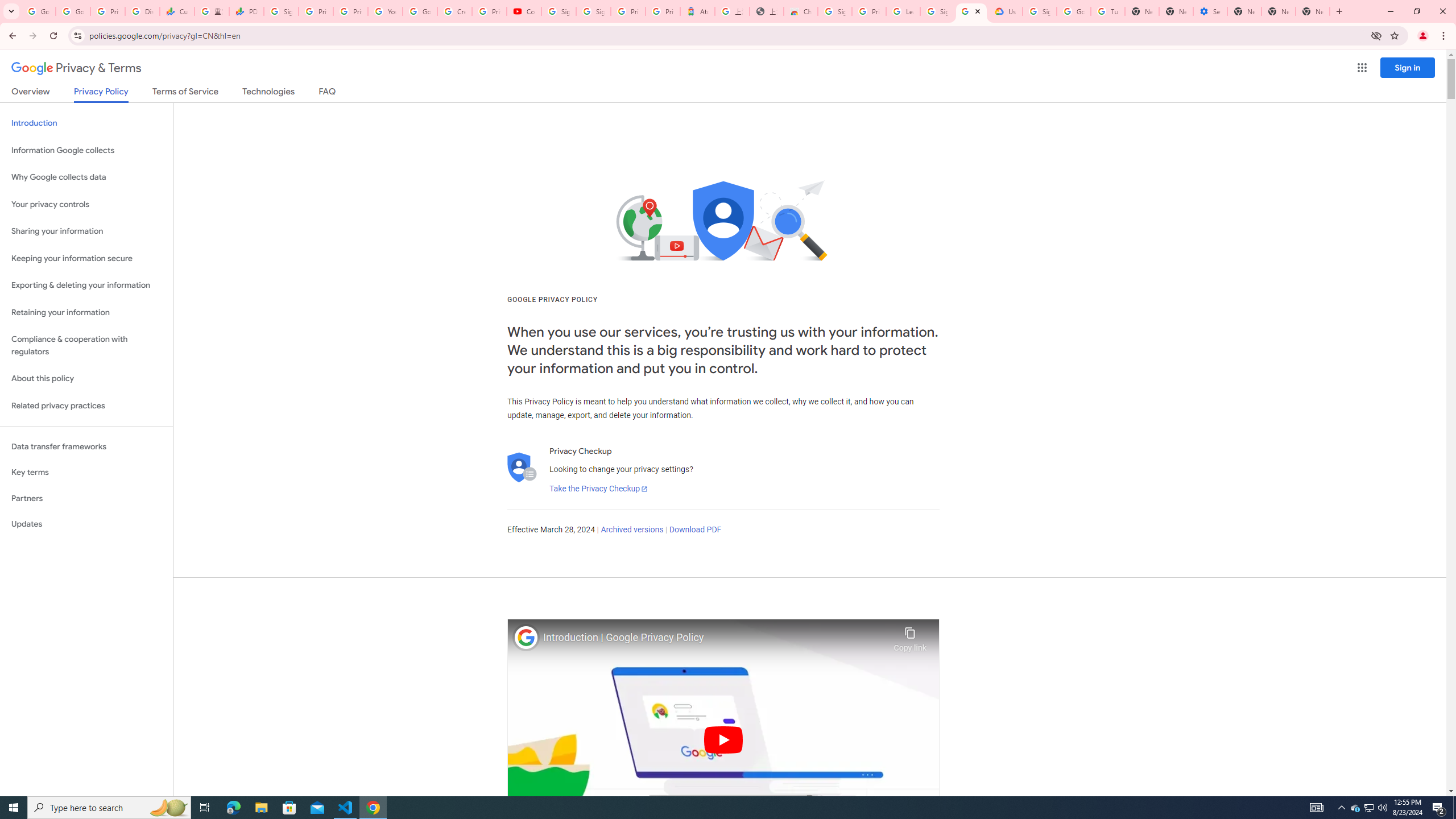 The height and width of the screenshot is (819, 1456). Describe the element at coordinates (723, 739) in the screenshot. I see `'Play'` at that location.